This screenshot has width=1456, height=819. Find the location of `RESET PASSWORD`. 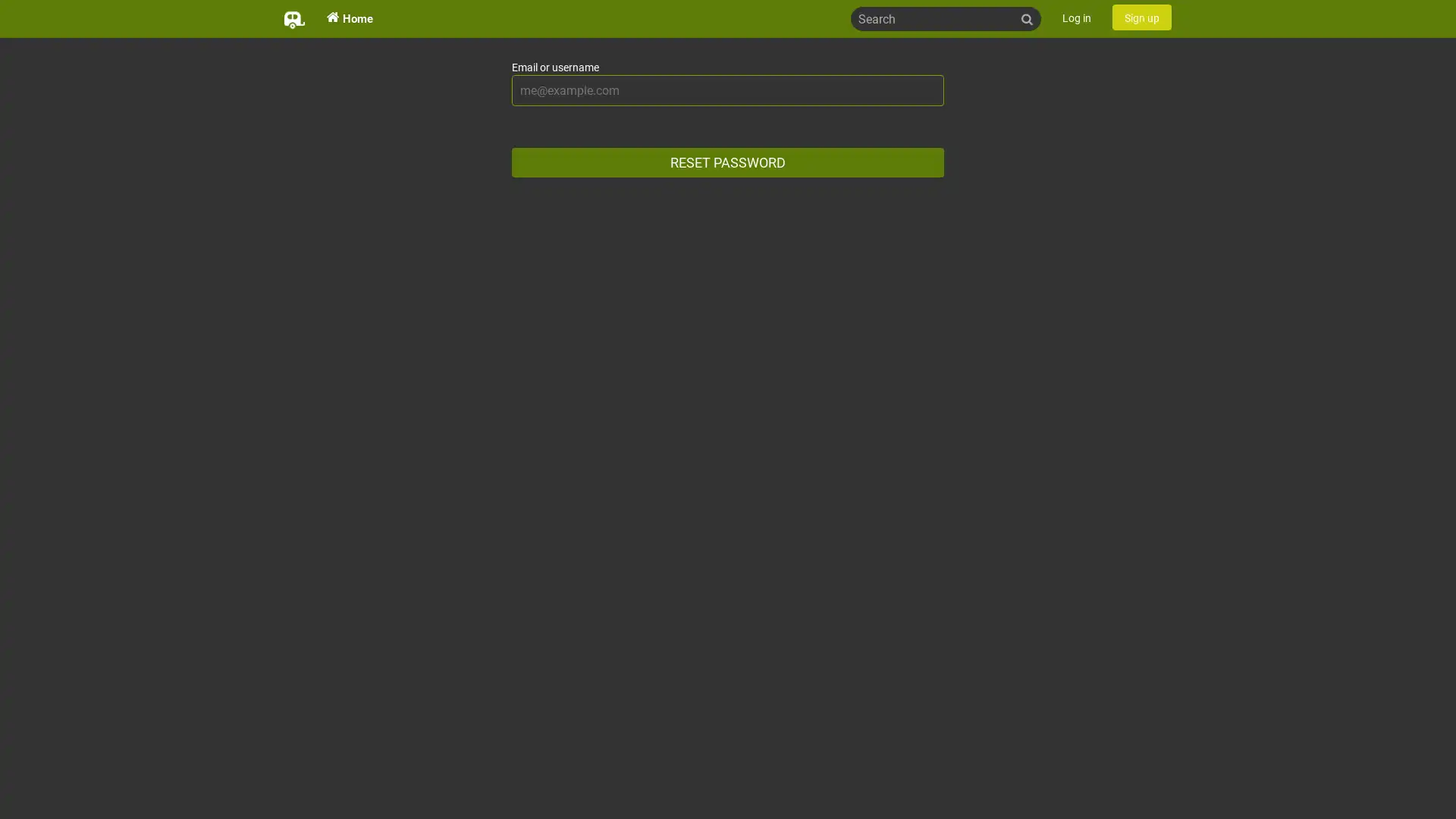

RESET PASSWORD is located at coordinates (728, 162).